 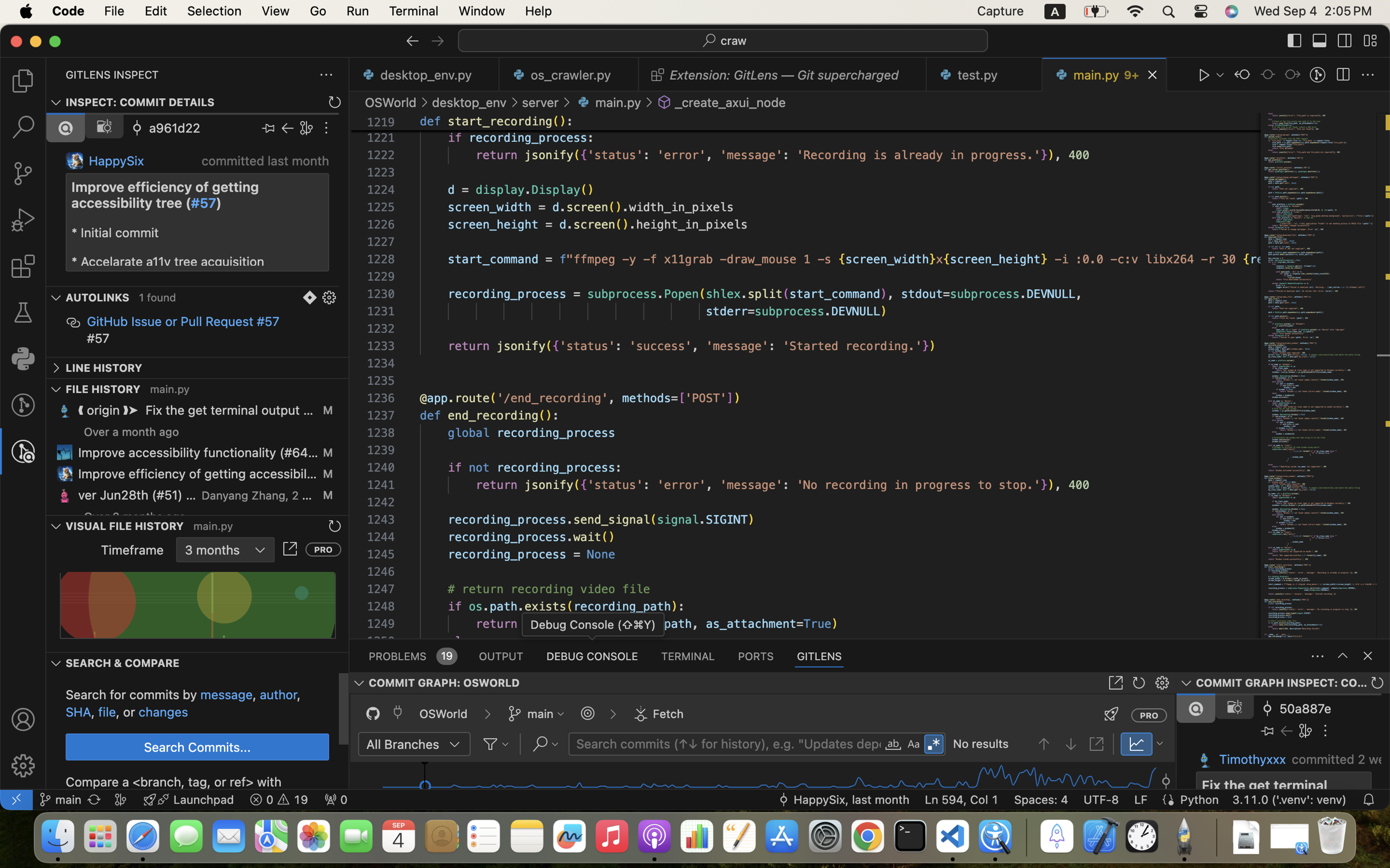 What do you see at coordinates (132, 432) in the screenshot?
I see `'Over a month ago'` at bounding box center [132, 432].